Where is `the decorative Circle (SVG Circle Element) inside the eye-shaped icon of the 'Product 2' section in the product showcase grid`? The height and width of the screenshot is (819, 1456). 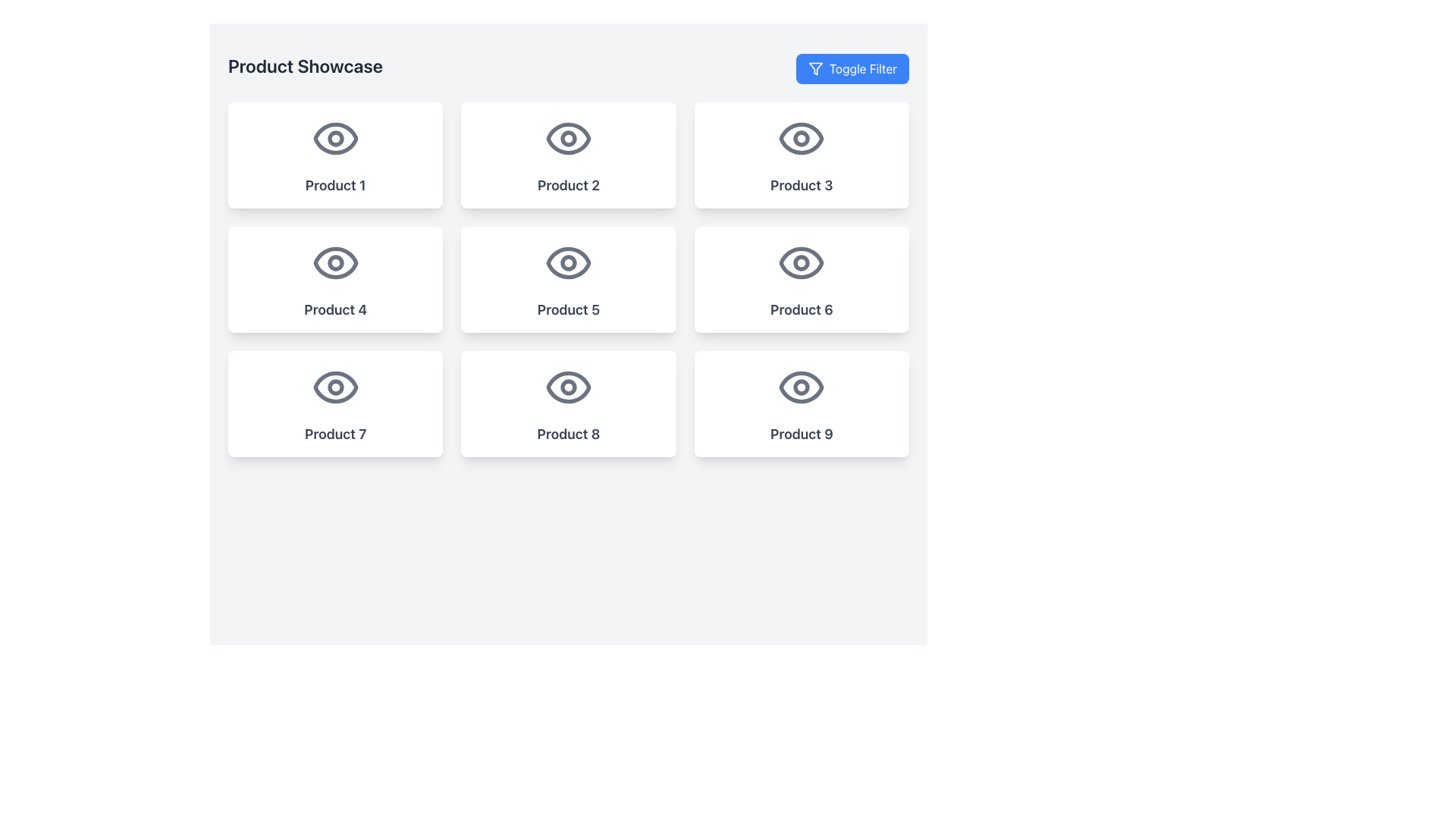
the decorative Circle (SVG Circle Element) inside the eye-shaped icon of the 'Product 2' section in the product showcase grid is located at coordinates (567, 138).